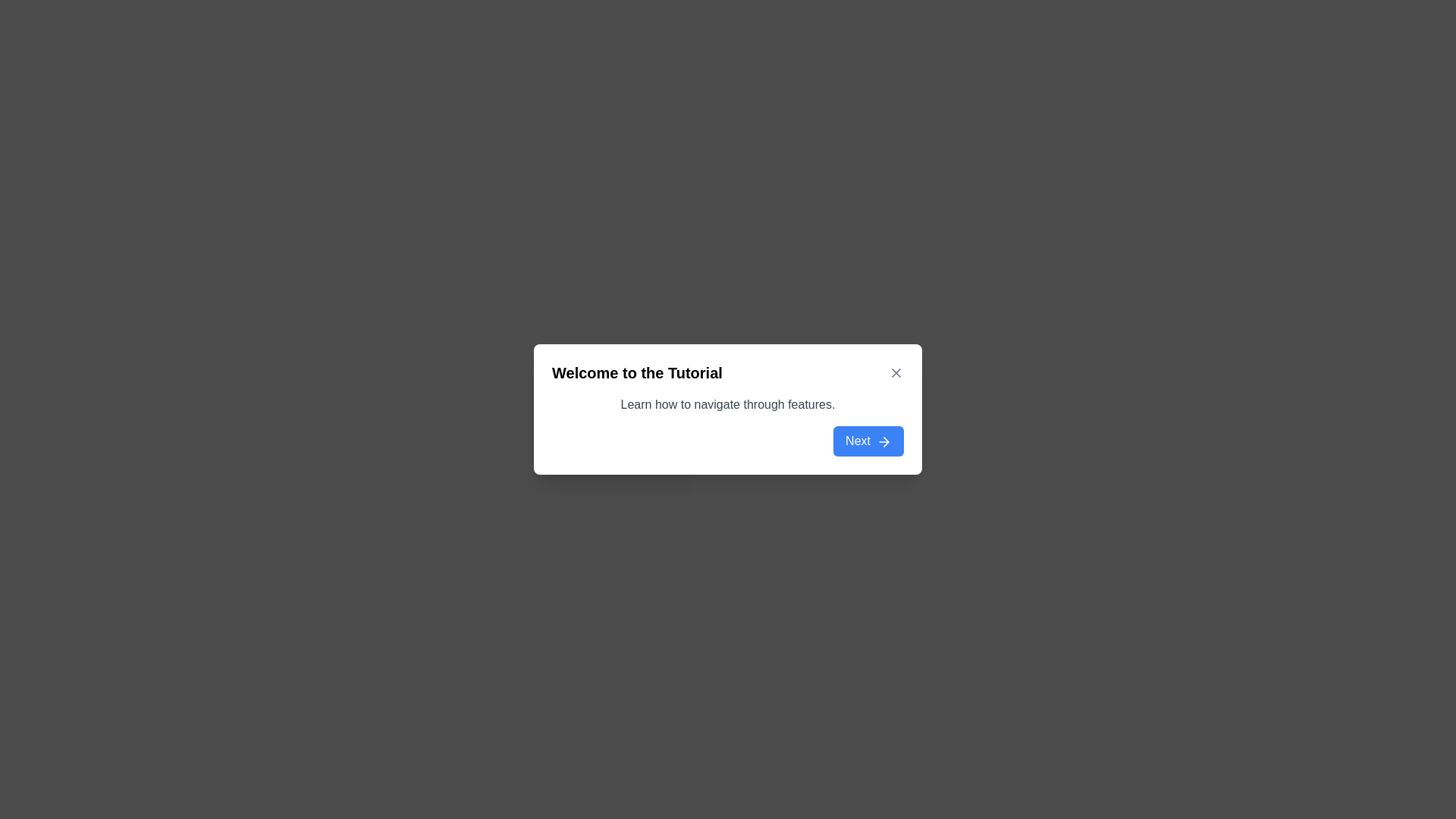 This screenshot has height=819, width=1456. What do you see at coordinates (896, 373) in the screenshot?
I see `the close button, a small SVG icon depicting a diagonal cross located at the upper-right corner of the modal window` at bounding box center [896, 373].